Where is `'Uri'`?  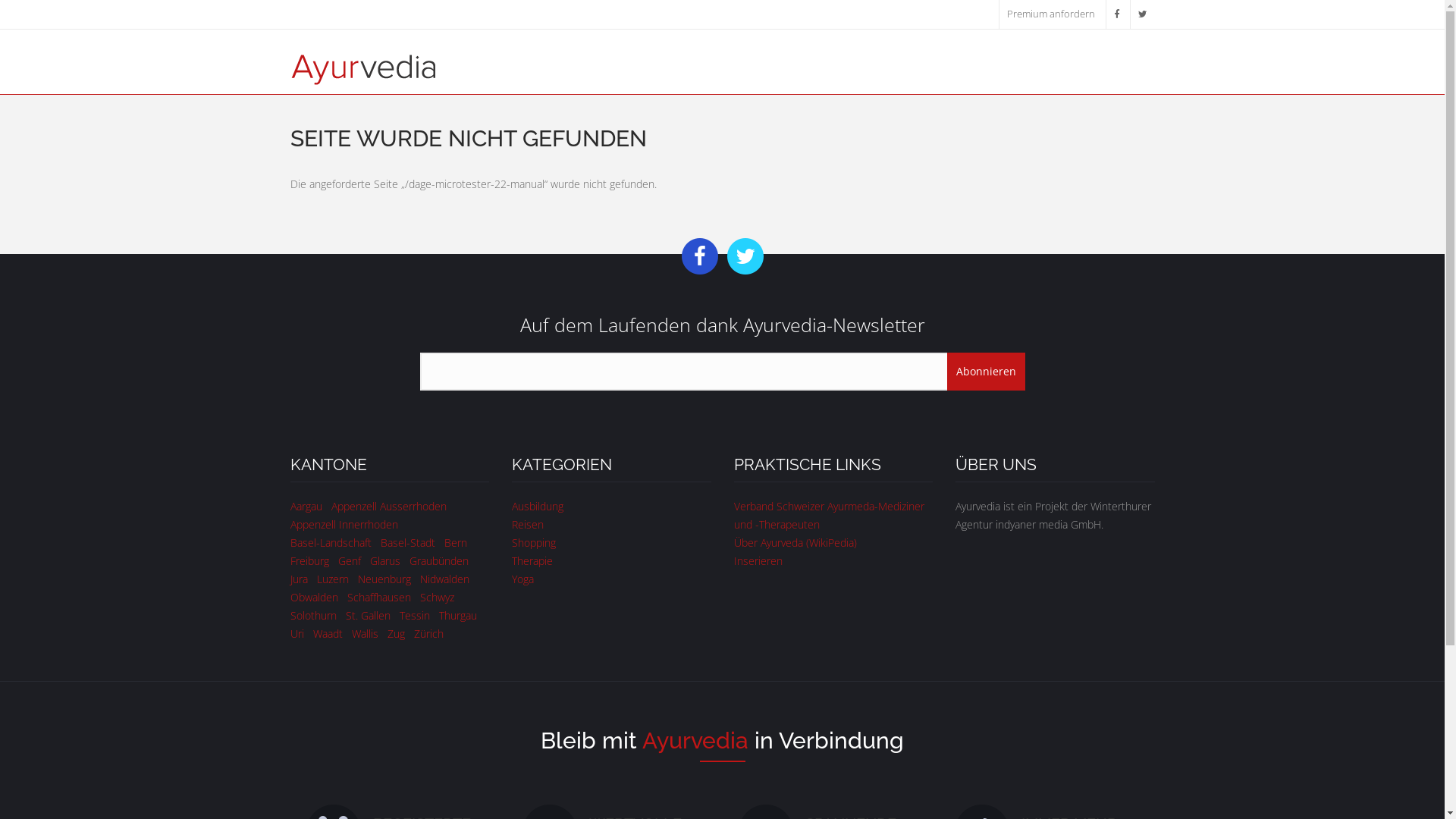
'Uri' is located at coordinates (296, 633).